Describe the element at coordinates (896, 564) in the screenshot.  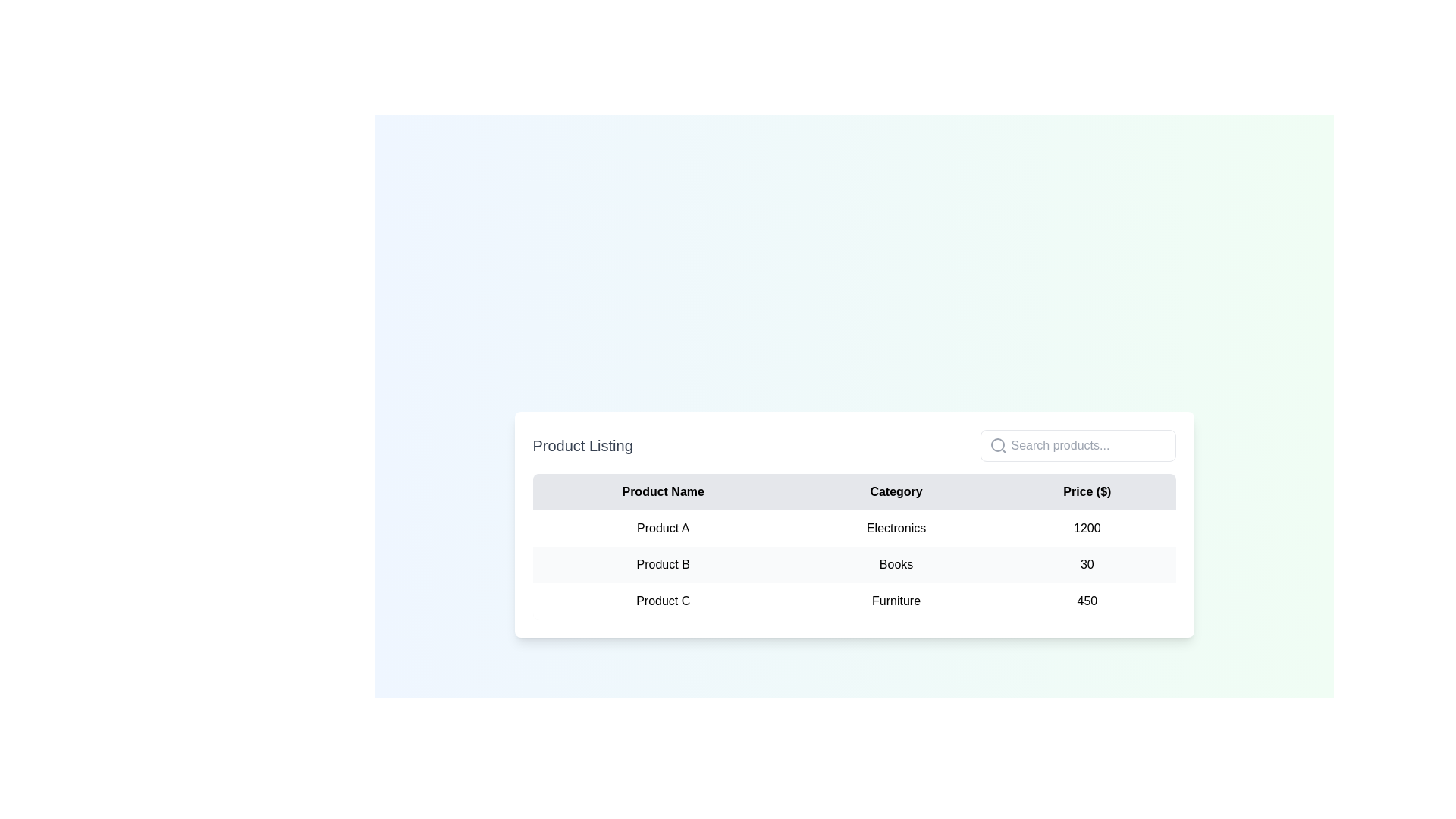
I see `text label indicating the category of the product 'Product B', which is positioned under the 'Category' column in the table` at that location.